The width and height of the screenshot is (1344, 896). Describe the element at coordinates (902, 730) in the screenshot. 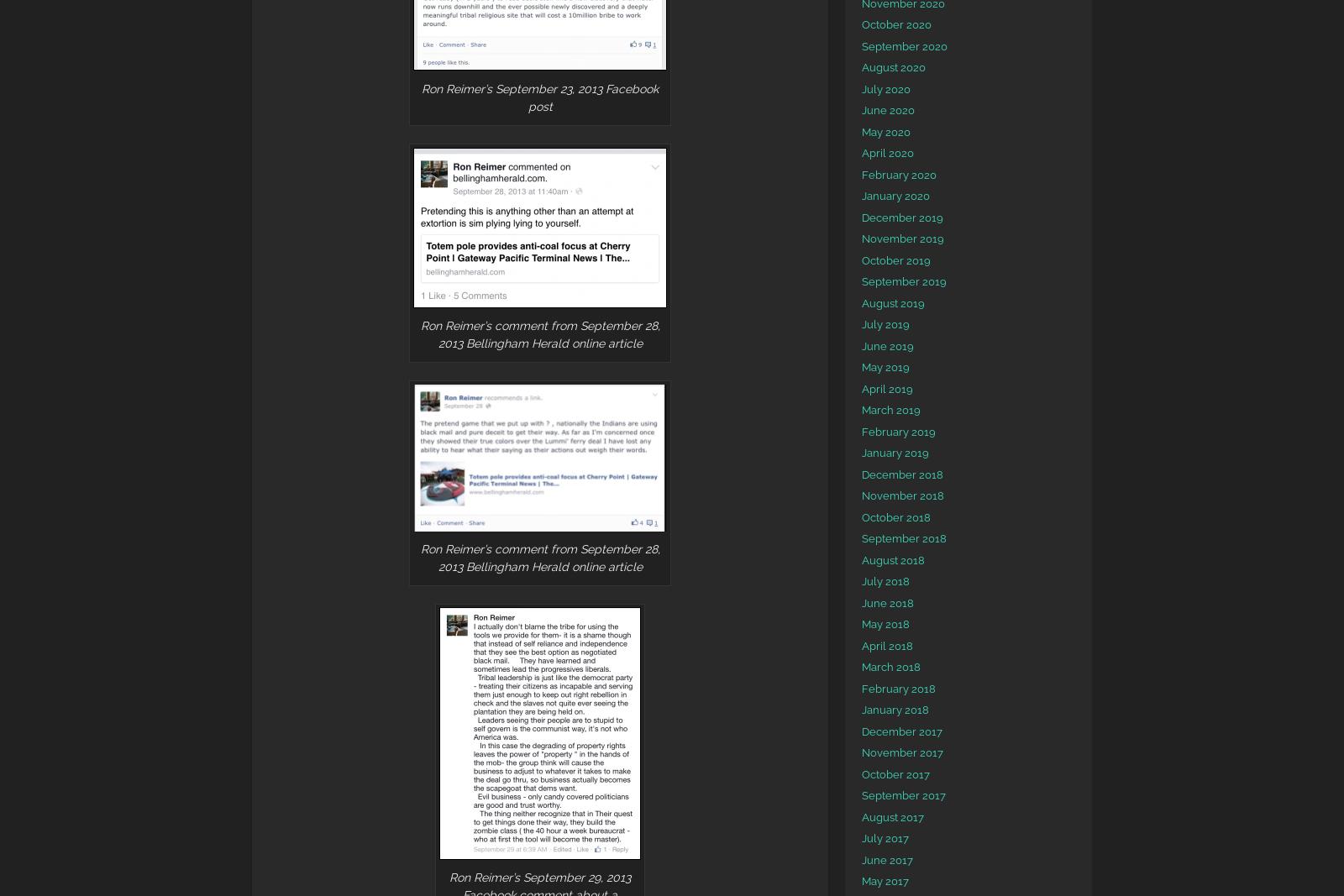

I see `'December 2017'` at that location.